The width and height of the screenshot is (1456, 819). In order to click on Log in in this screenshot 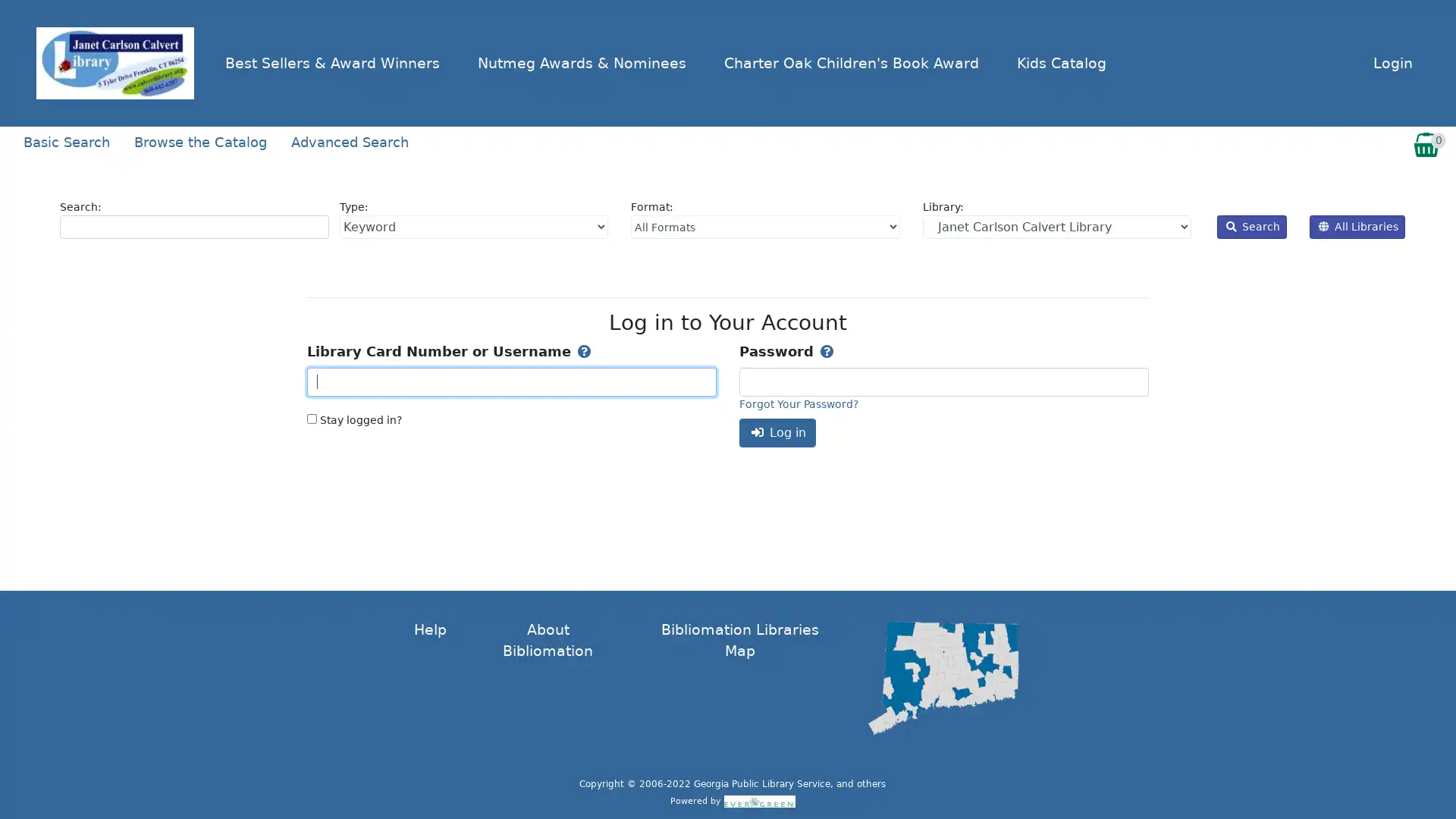, I will do `click(777, 432)`.